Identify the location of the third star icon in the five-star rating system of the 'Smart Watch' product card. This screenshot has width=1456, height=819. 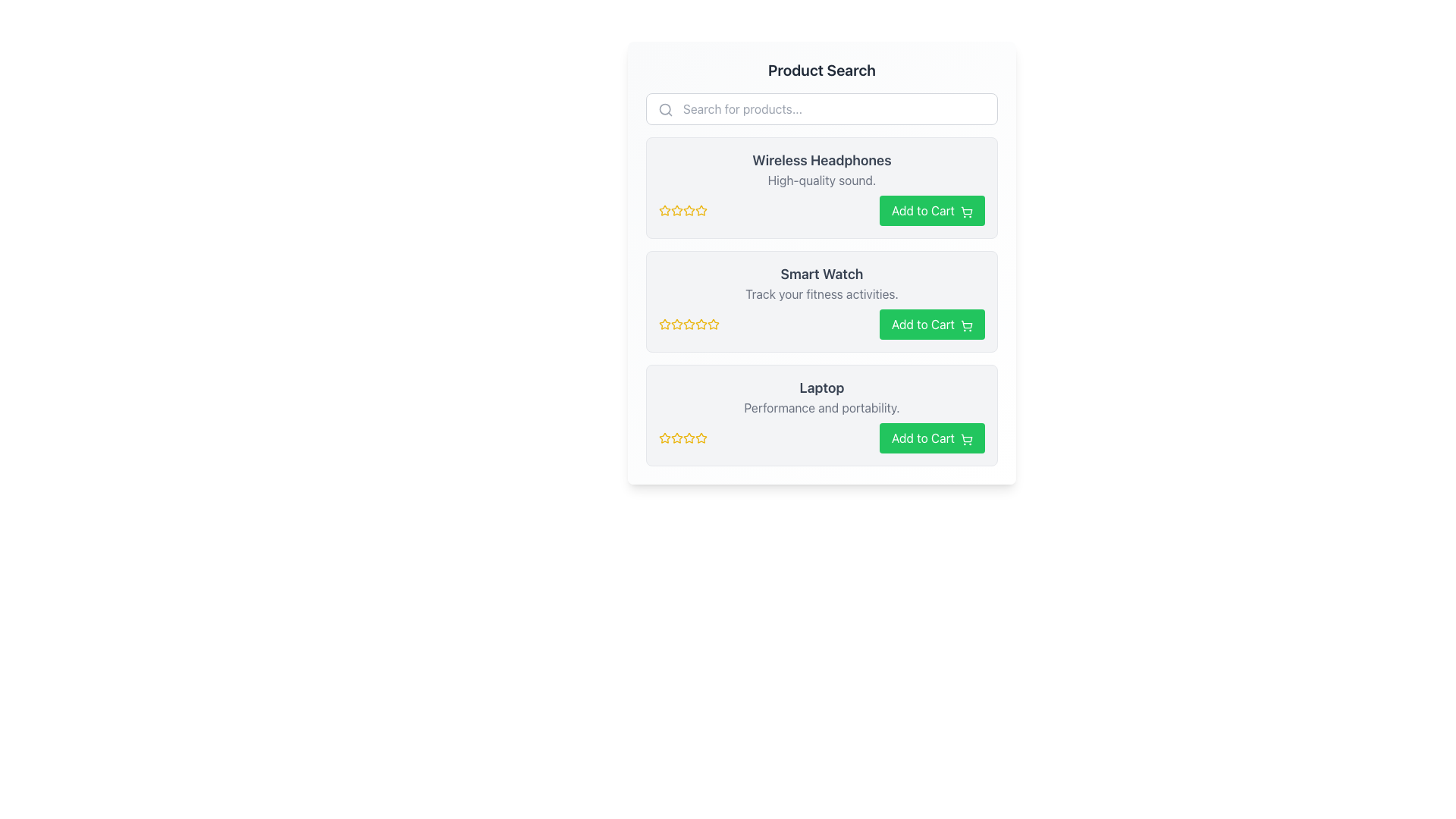
(701, 323).